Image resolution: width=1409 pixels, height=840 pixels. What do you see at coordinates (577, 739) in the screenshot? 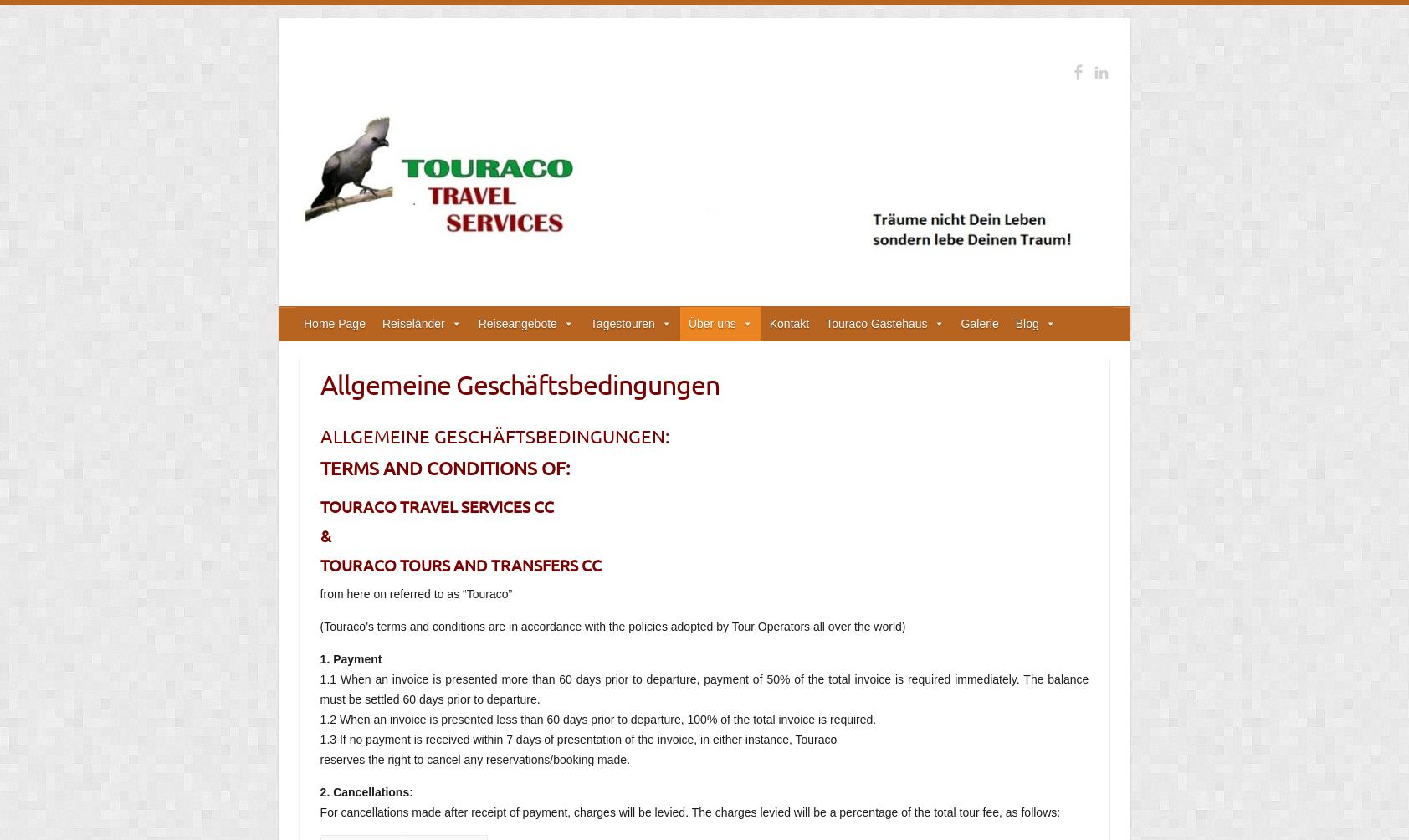
I see `'1.3 If no payment is received within 7 days of presentation of the invoice, in either instance, Touraco'` at bounding box center [577, 739].